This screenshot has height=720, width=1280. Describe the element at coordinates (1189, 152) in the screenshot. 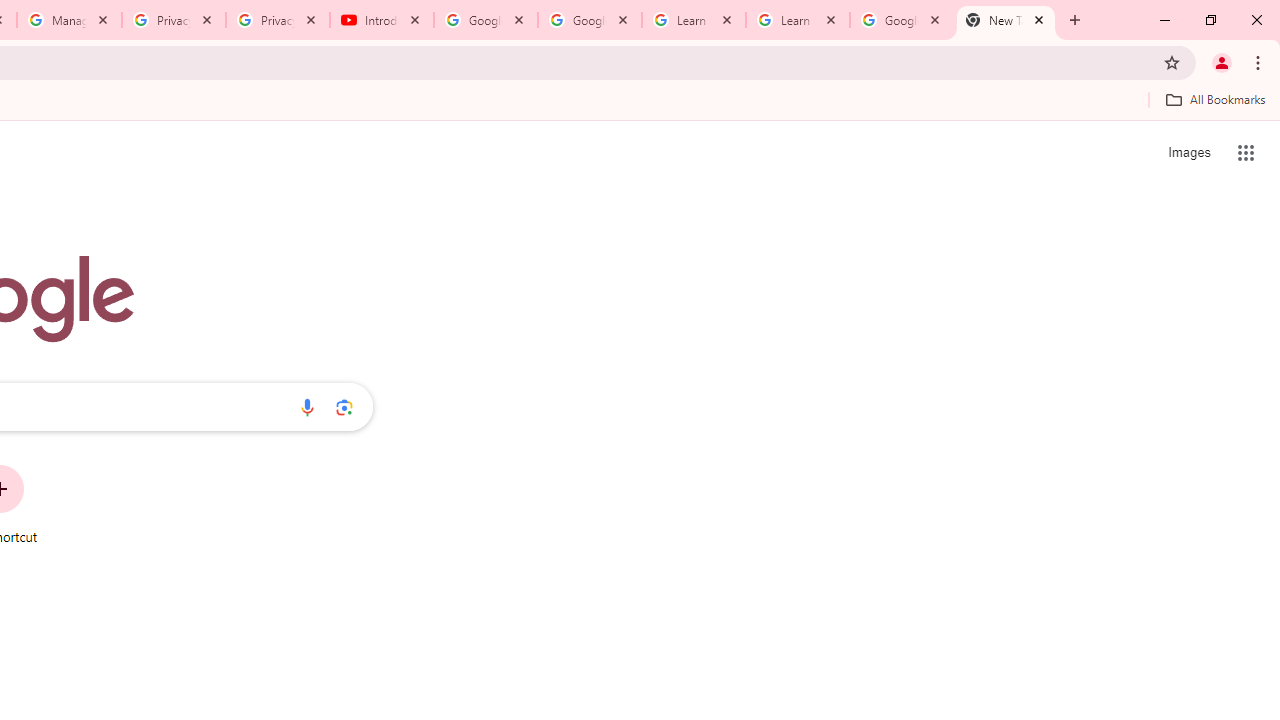

I see `'Search for Images '` at that location.